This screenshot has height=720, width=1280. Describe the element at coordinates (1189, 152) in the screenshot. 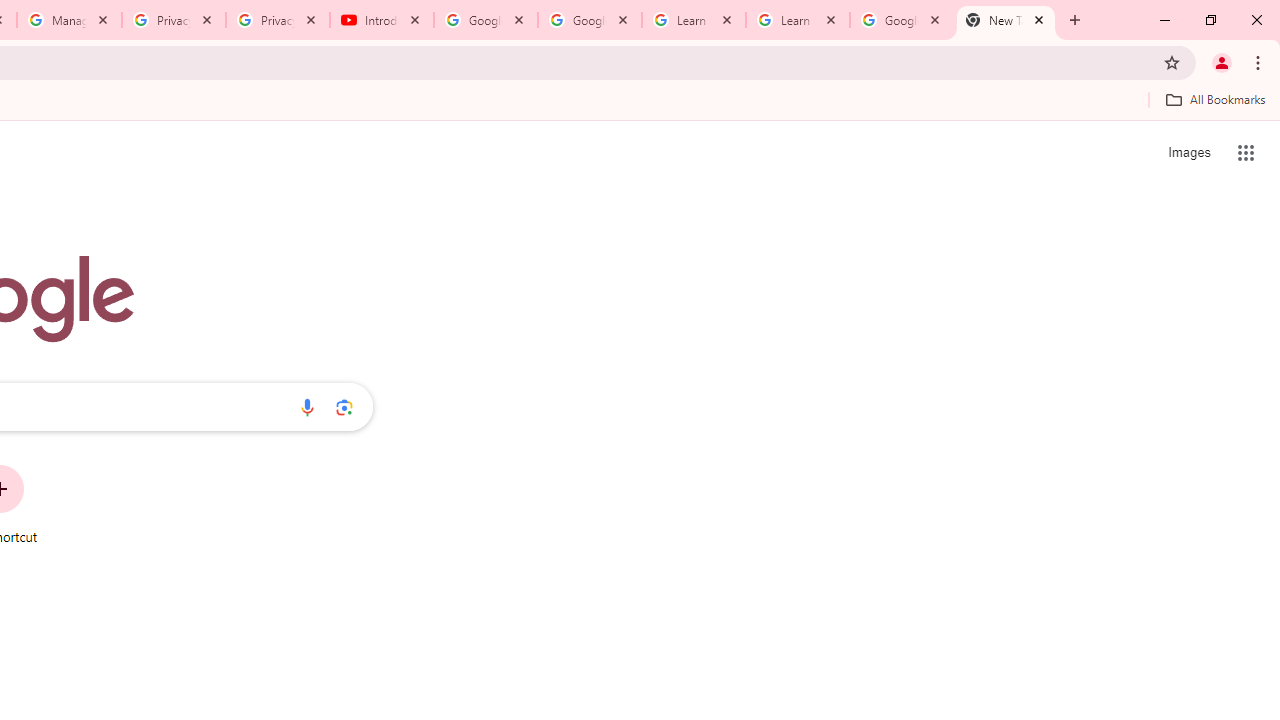

I see `'Search for Images '` at that location.